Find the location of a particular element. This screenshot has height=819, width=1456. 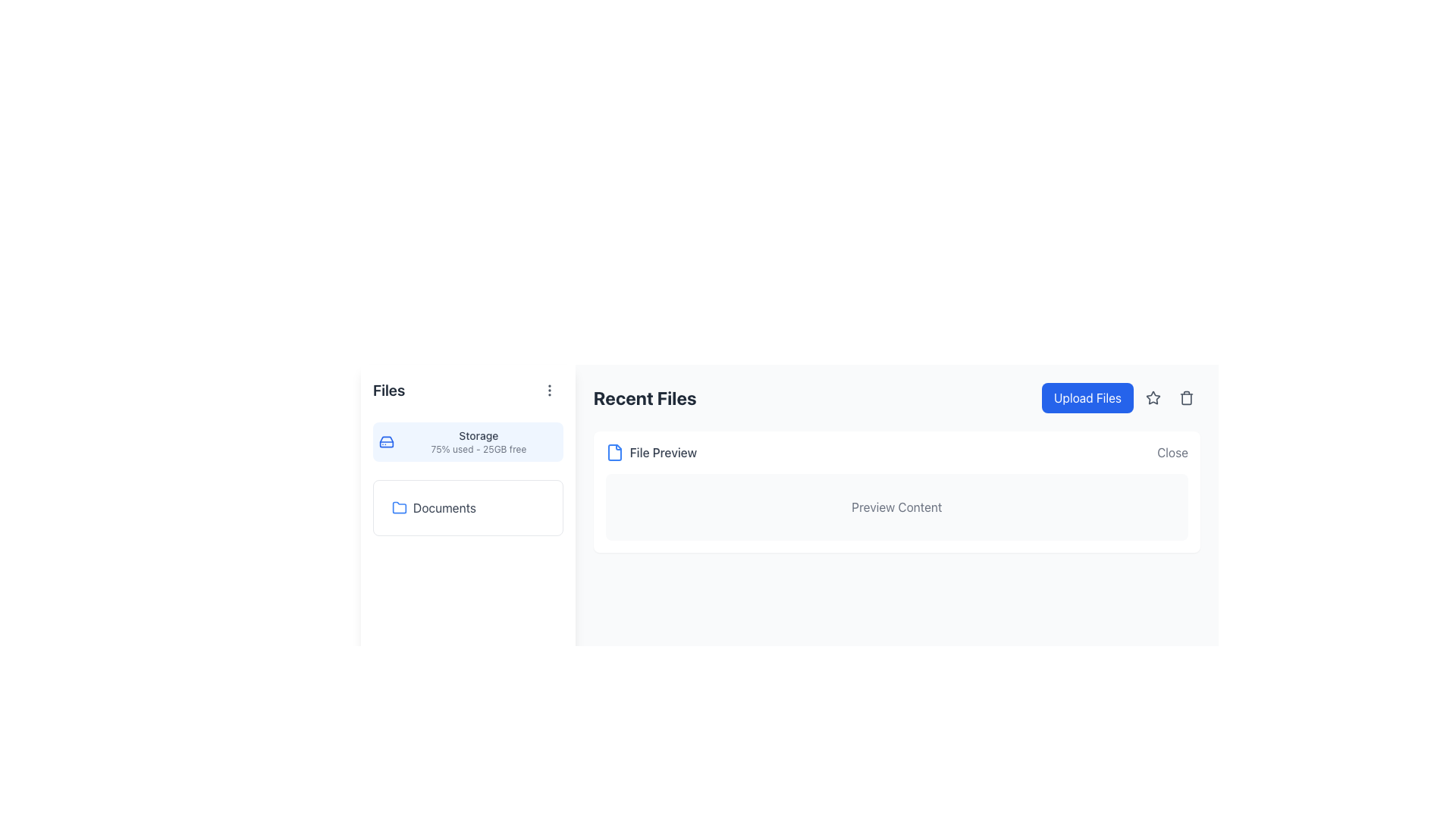

the blue button labeled 'Upload Files' is located at coordinates (1121, 397).